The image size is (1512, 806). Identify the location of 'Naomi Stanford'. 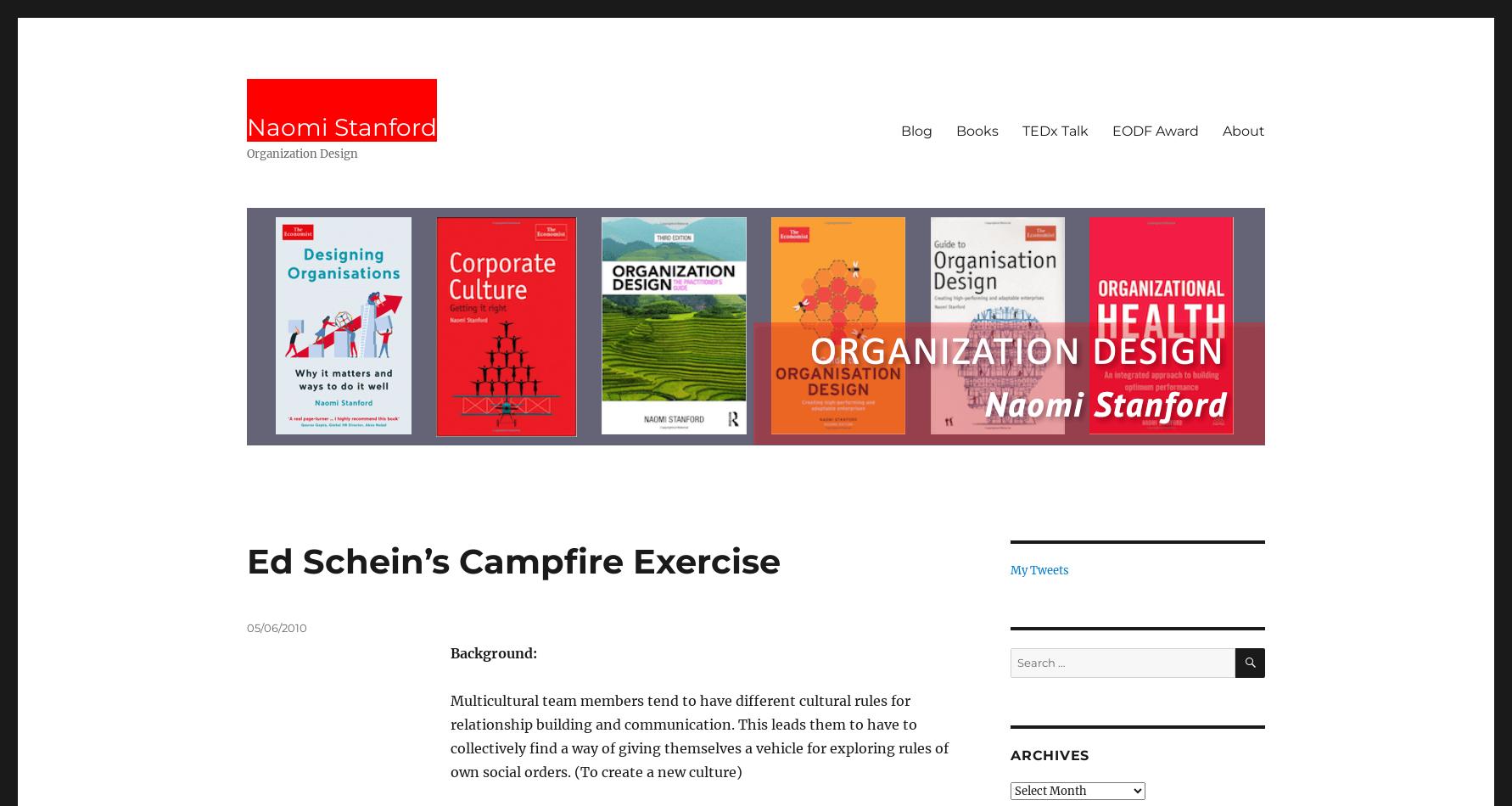
(342, 127).